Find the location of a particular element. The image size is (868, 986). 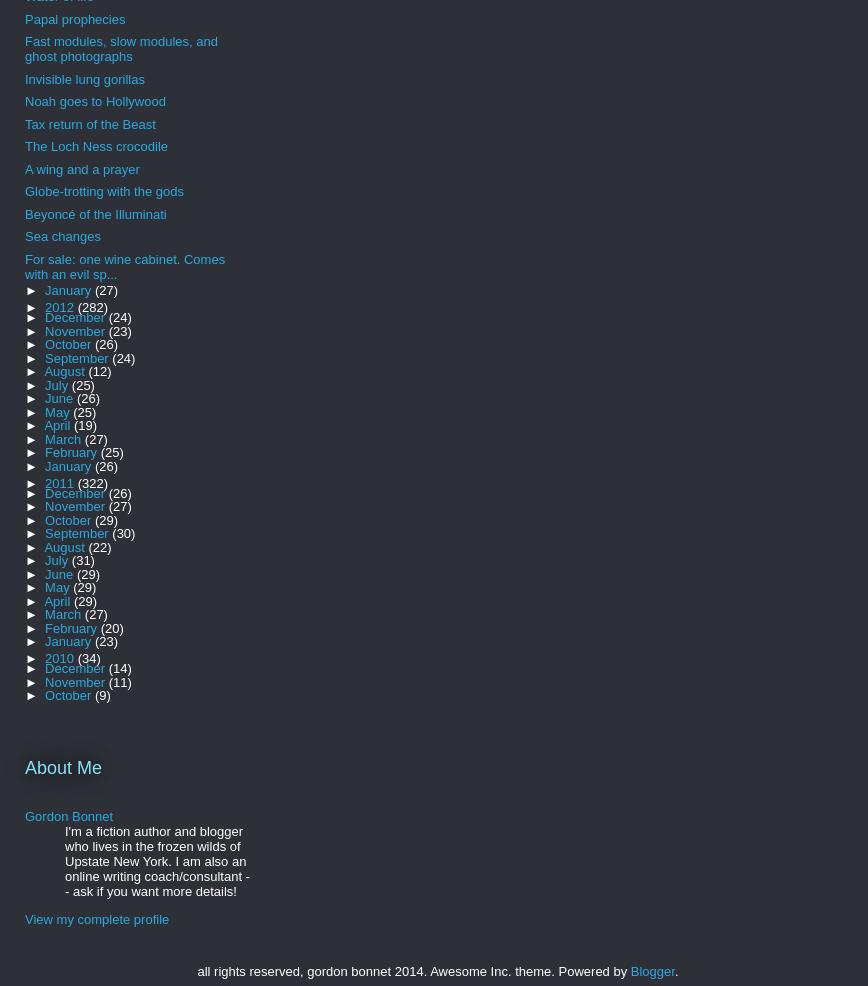

'(12)' is located at coordinates (99, 370).